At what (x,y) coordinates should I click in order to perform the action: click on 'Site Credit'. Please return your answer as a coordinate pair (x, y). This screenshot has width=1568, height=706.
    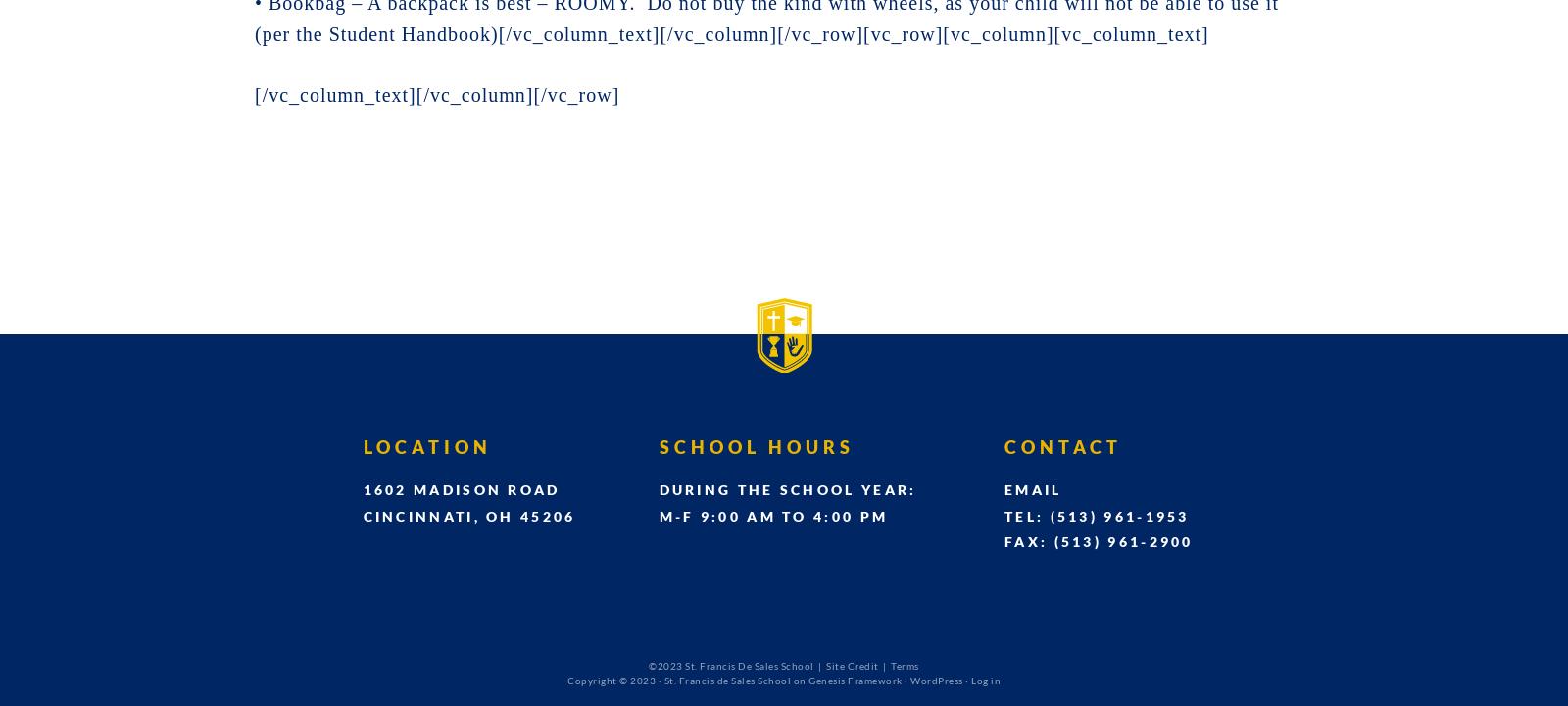
    Looking at the image, I should click on (851, 664).